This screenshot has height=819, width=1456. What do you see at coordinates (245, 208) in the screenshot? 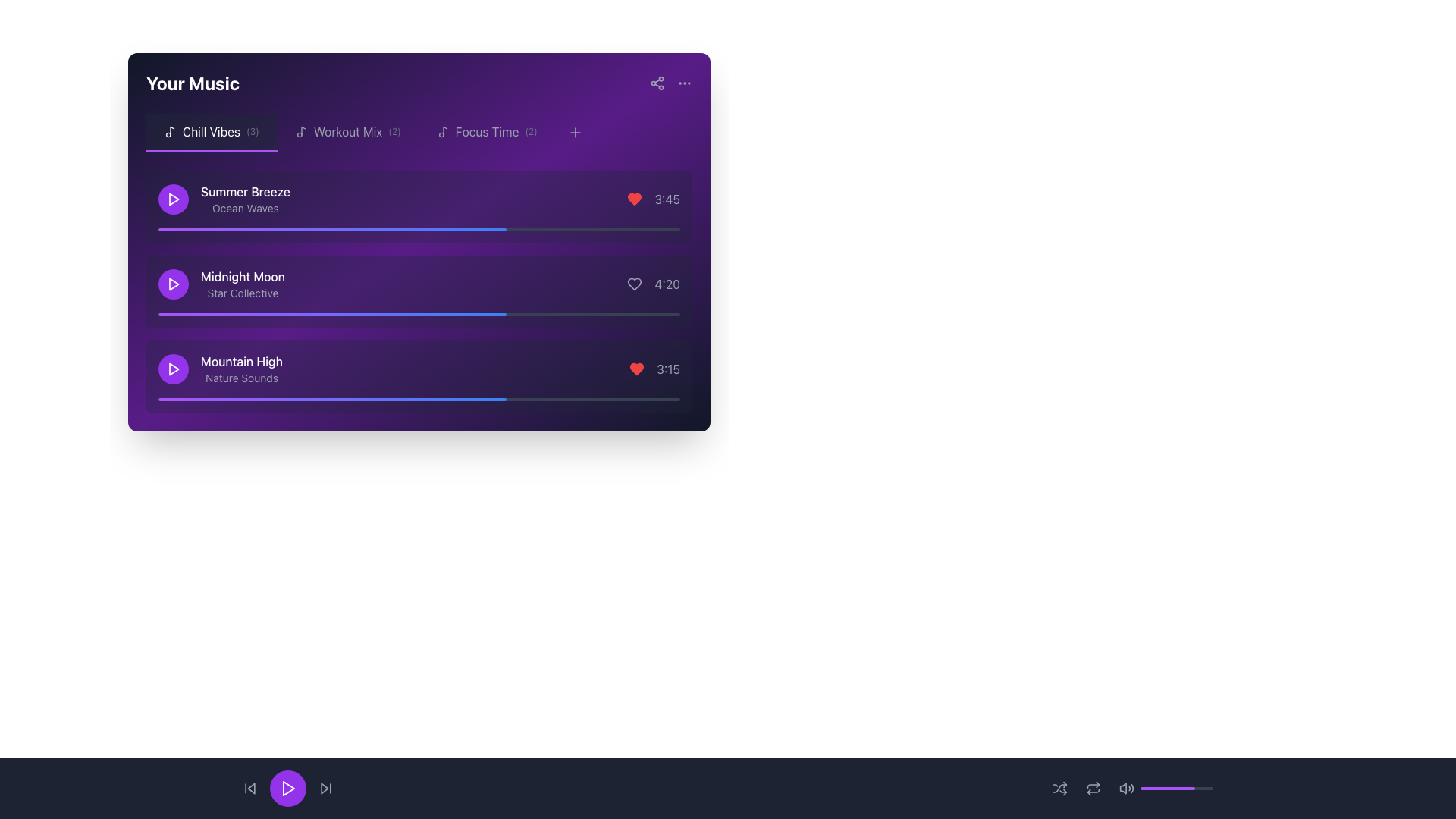
I see `the text label that describes the 'Summer Breeze' title, located directly below it and indicating additional metadata such as origin, category, or theme` at bounding box center [245, 208].